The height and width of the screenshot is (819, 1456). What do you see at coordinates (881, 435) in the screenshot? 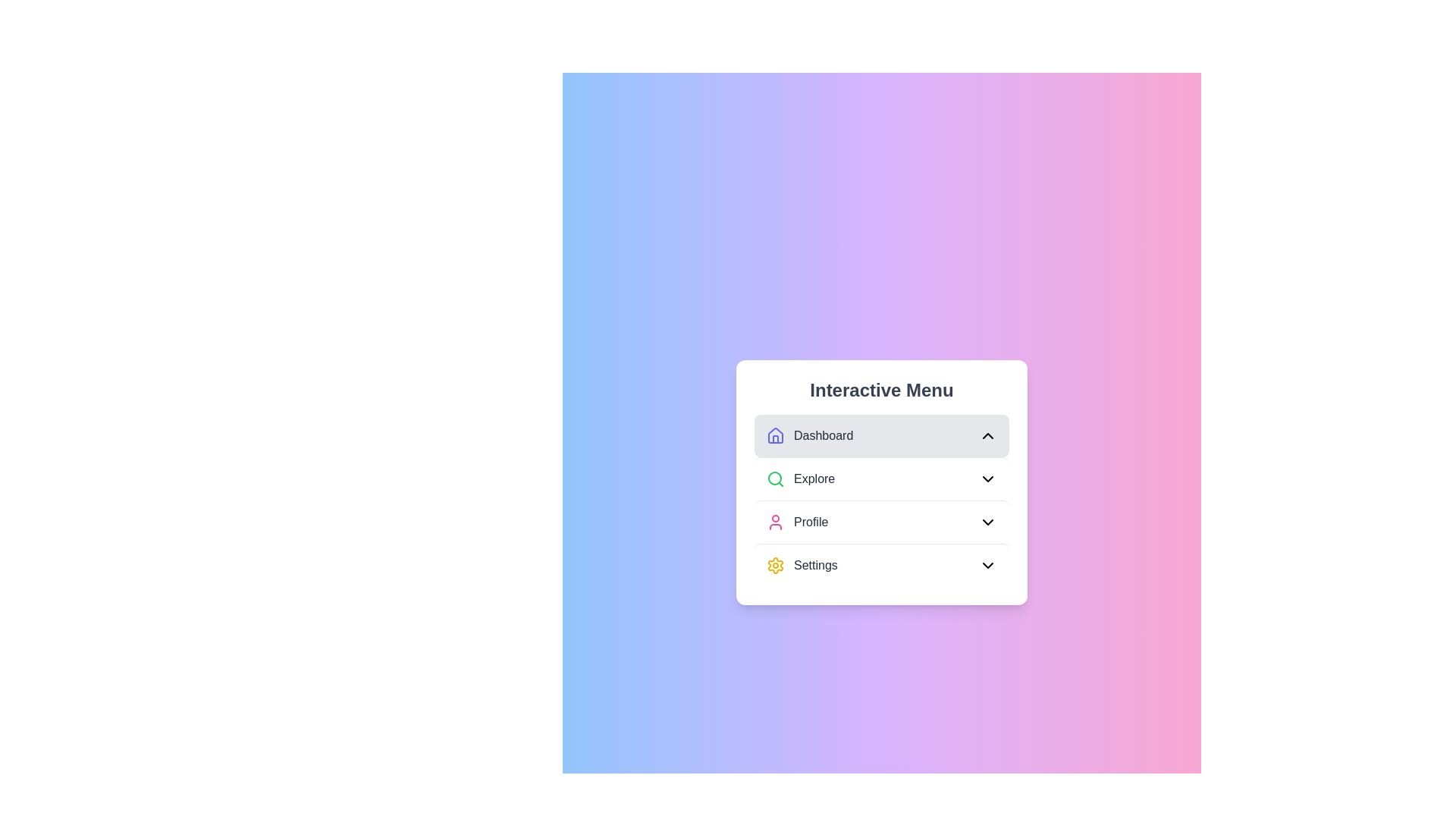
I see `the menu item Dashboard to preview its interaction` at bounding box center [881, 435].